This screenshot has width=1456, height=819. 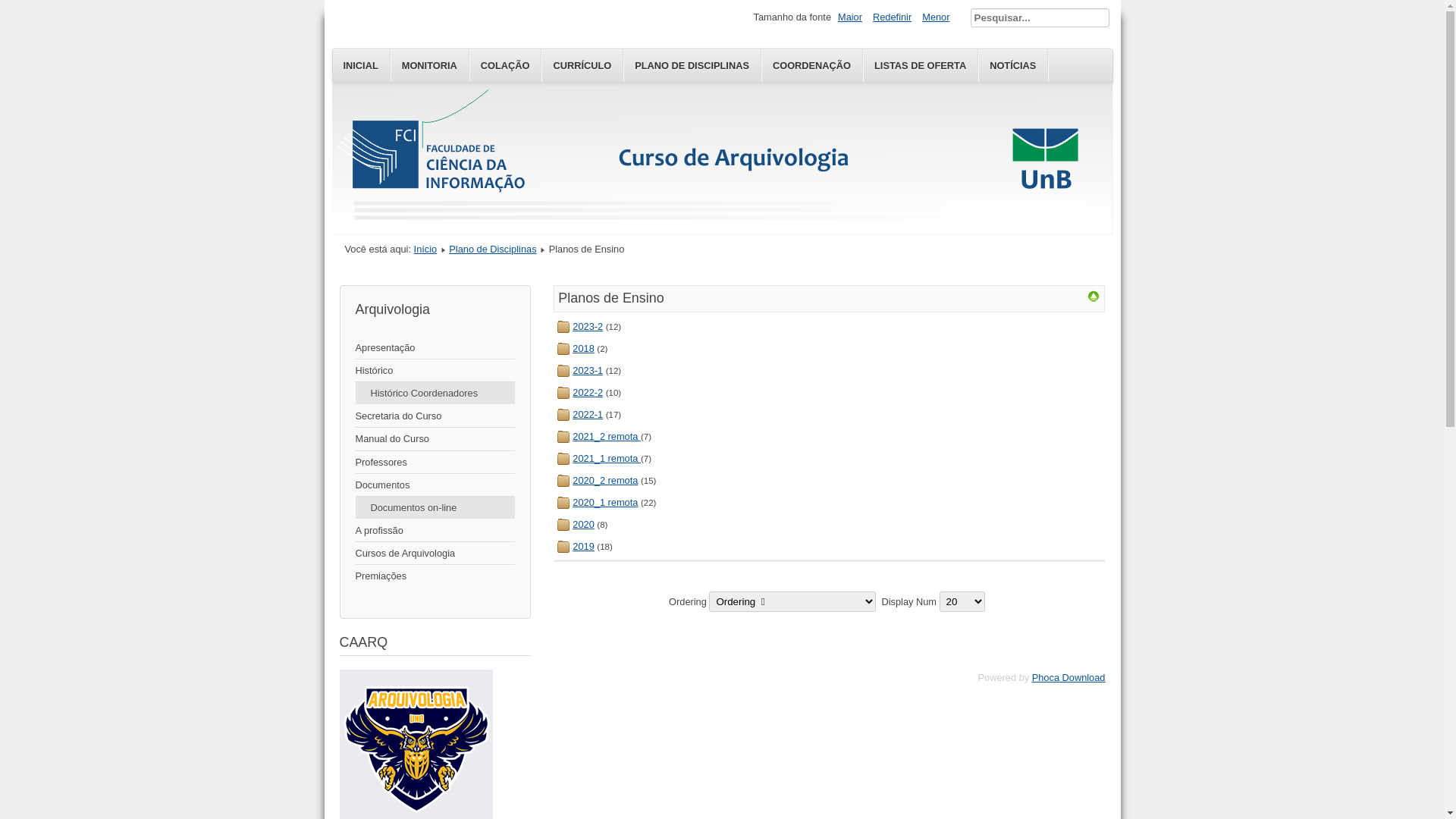 What do you see at coordinates (586, 391) in the screenshot?
I see `'2022-2'` at bounding box center [586, 391].